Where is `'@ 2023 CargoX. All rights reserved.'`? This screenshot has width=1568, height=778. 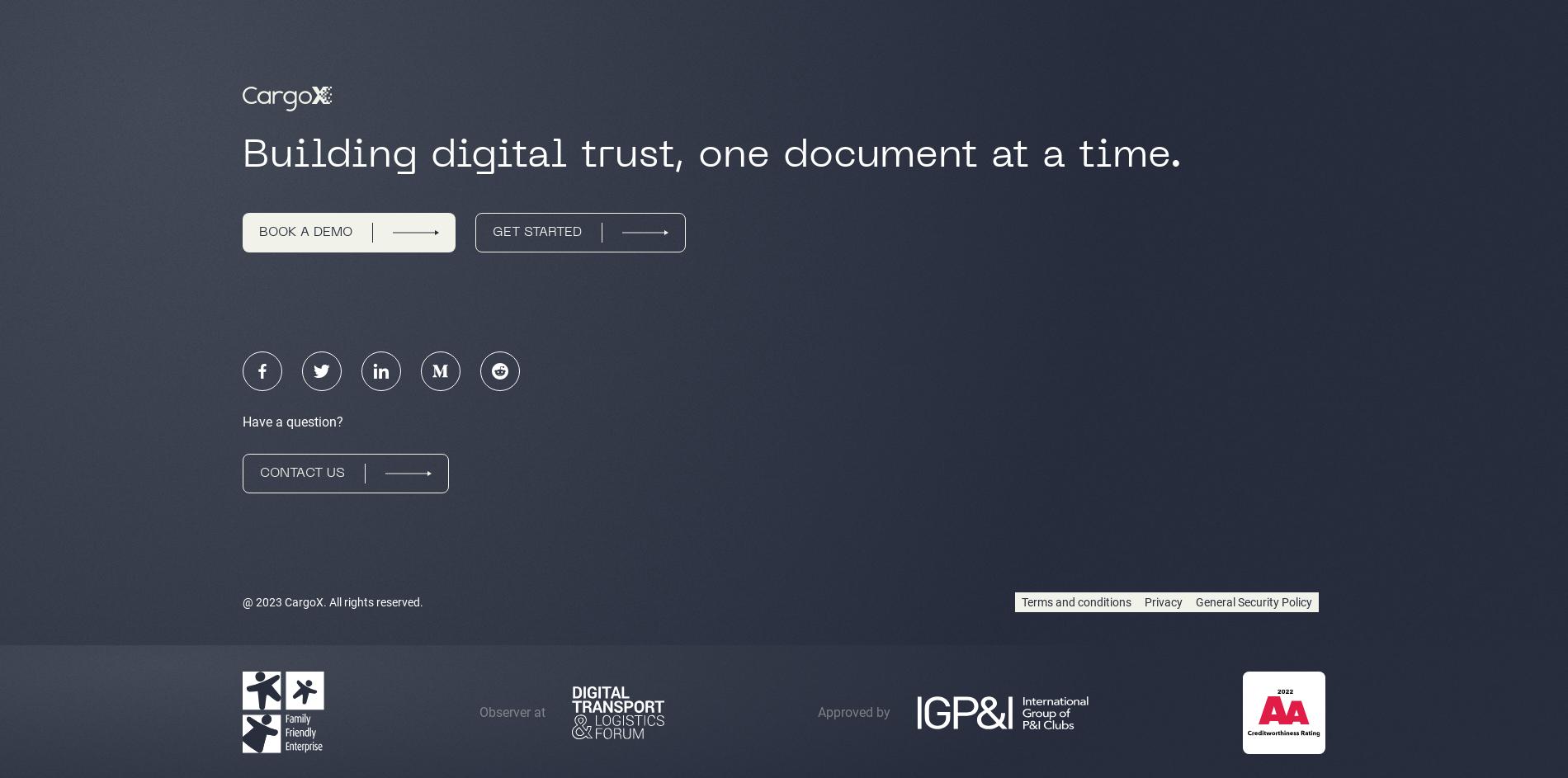
'@ 2023 CargoX. All rights reserved.' is located at coordinates (332, 601).